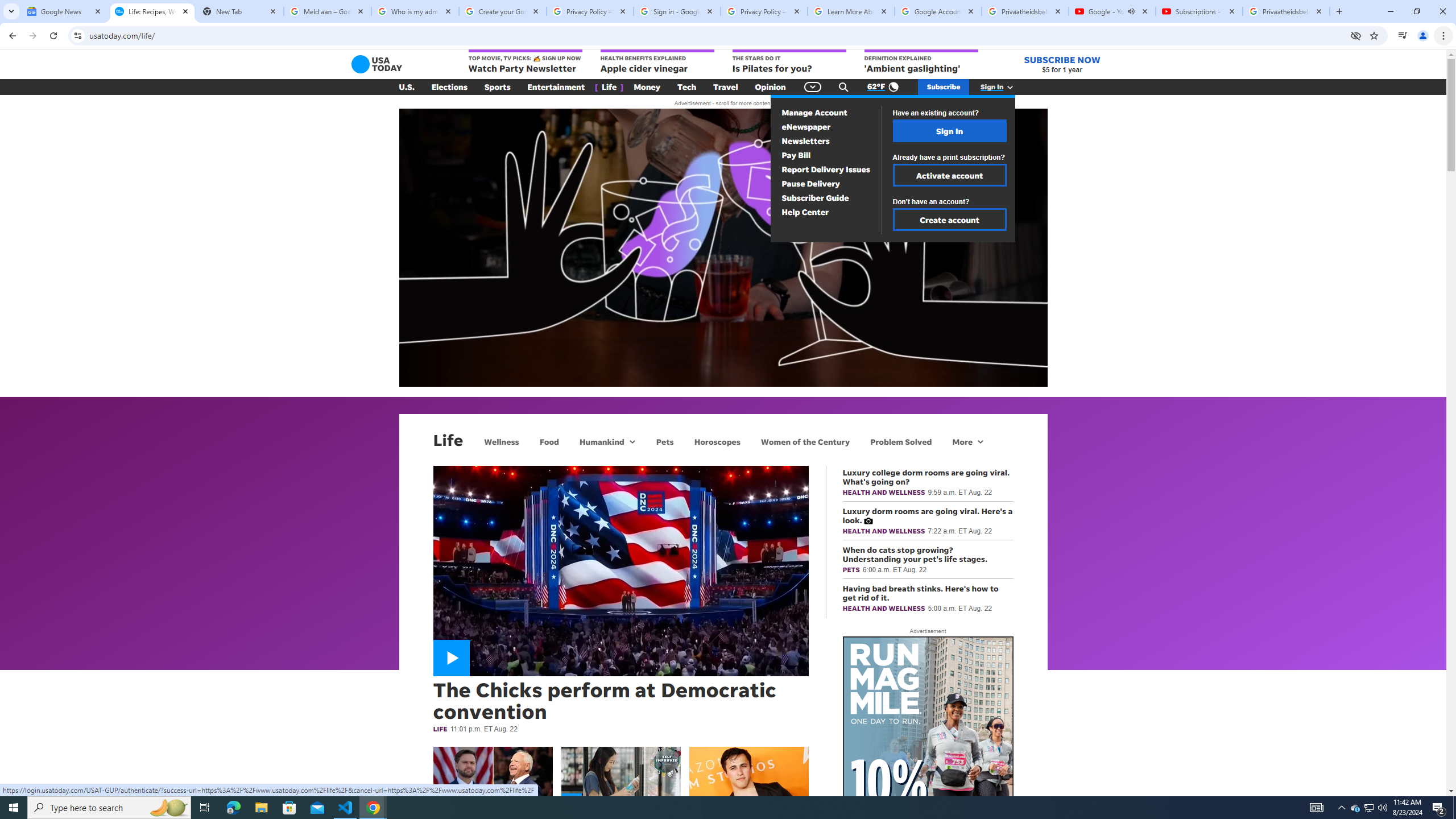 The height and width of the screenshot is (819, 1456). What do you see at coordinates (814, 113) in the screenshot?
I see `'Manage Account'` at bounding box center [814, 113].